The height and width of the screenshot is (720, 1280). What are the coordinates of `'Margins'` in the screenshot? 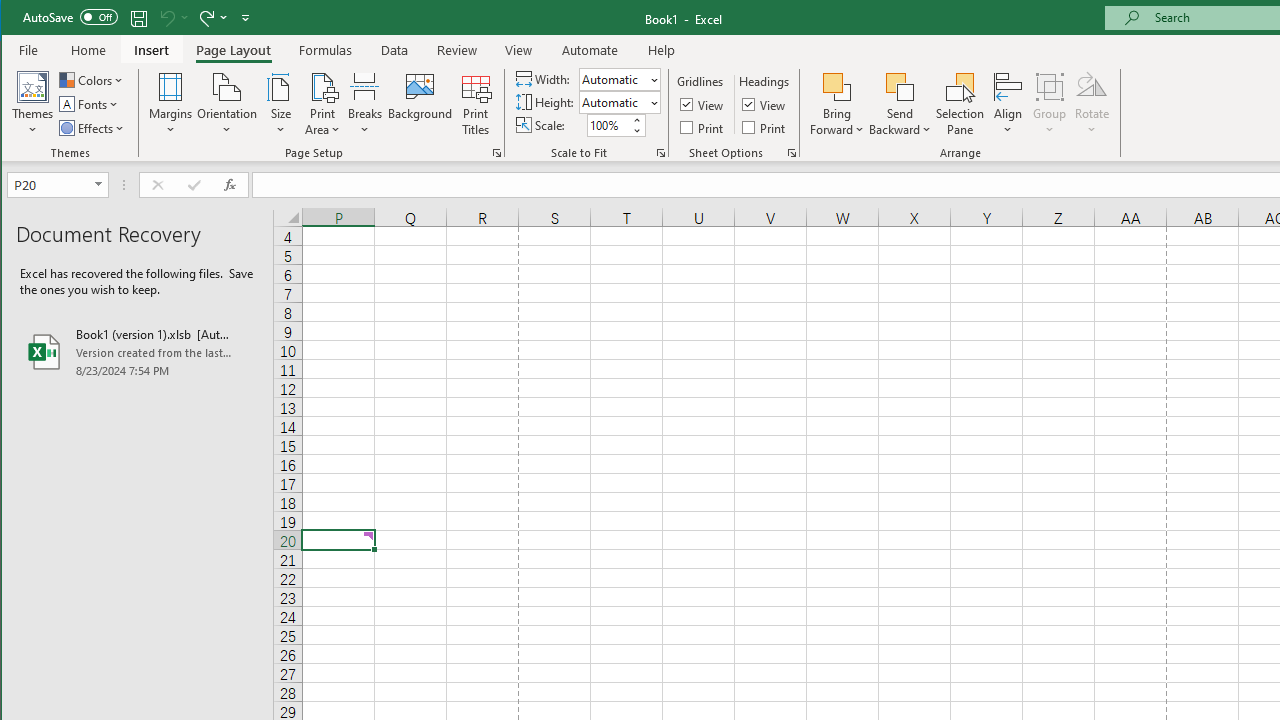 It's located at (170, 104).